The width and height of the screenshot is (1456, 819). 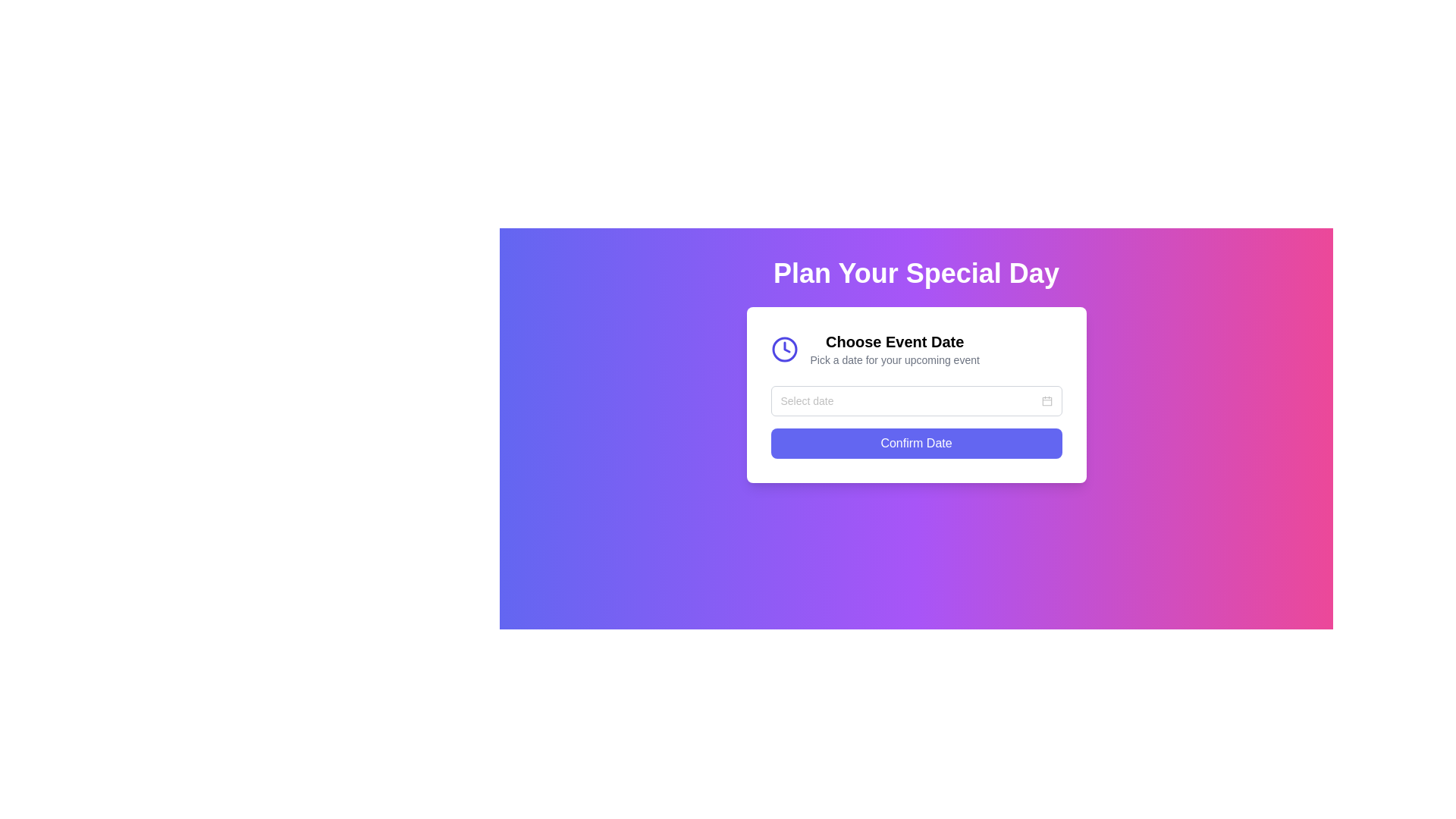 I want to click on the confirmation button located below the 'Select date' input field within the modal card to confirm the selected date and proceed to the next step, so click(x=915, y=444).